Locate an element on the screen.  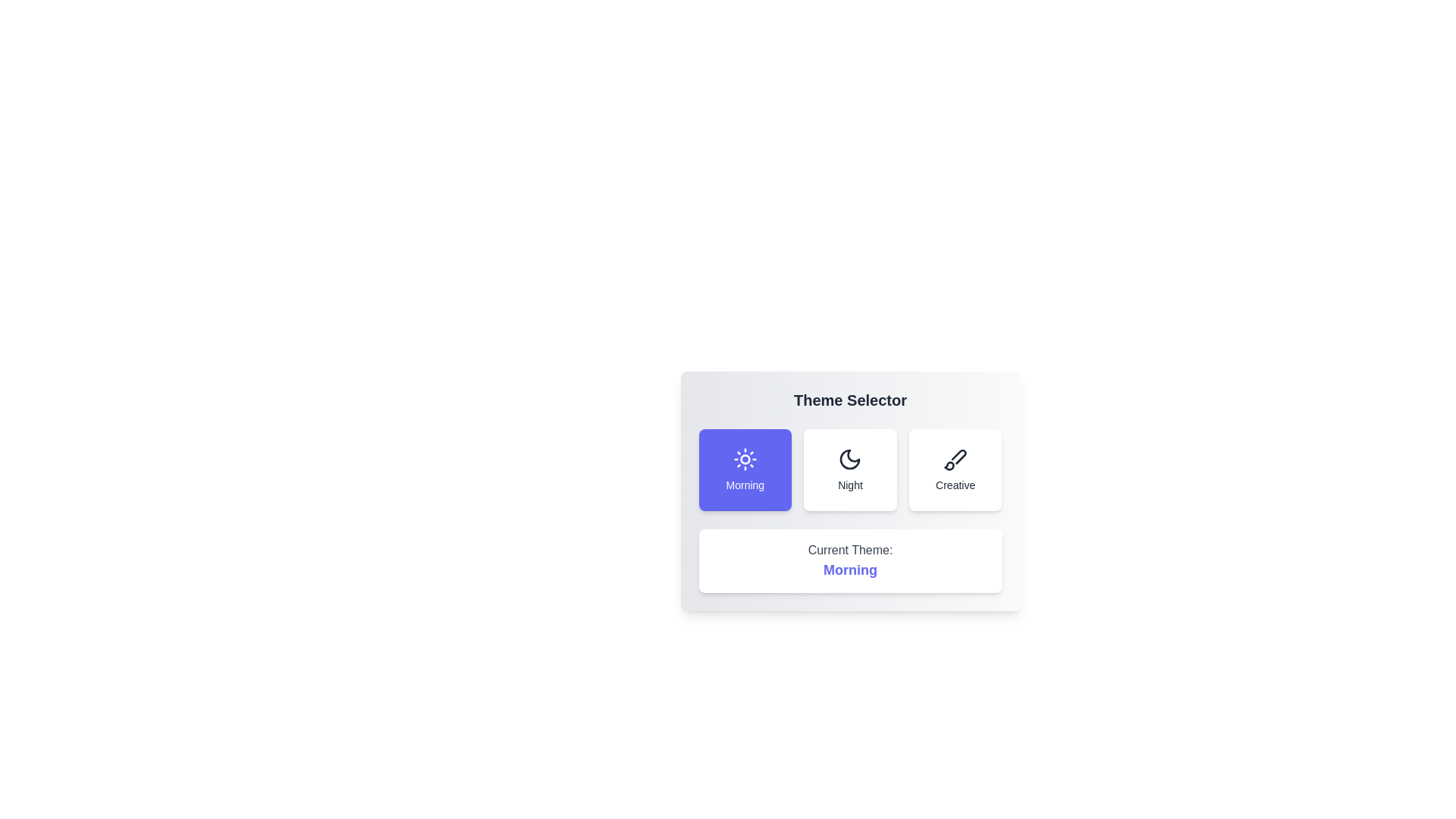
the theme Creative by clicking on its button is located at coordinates (955, 469).